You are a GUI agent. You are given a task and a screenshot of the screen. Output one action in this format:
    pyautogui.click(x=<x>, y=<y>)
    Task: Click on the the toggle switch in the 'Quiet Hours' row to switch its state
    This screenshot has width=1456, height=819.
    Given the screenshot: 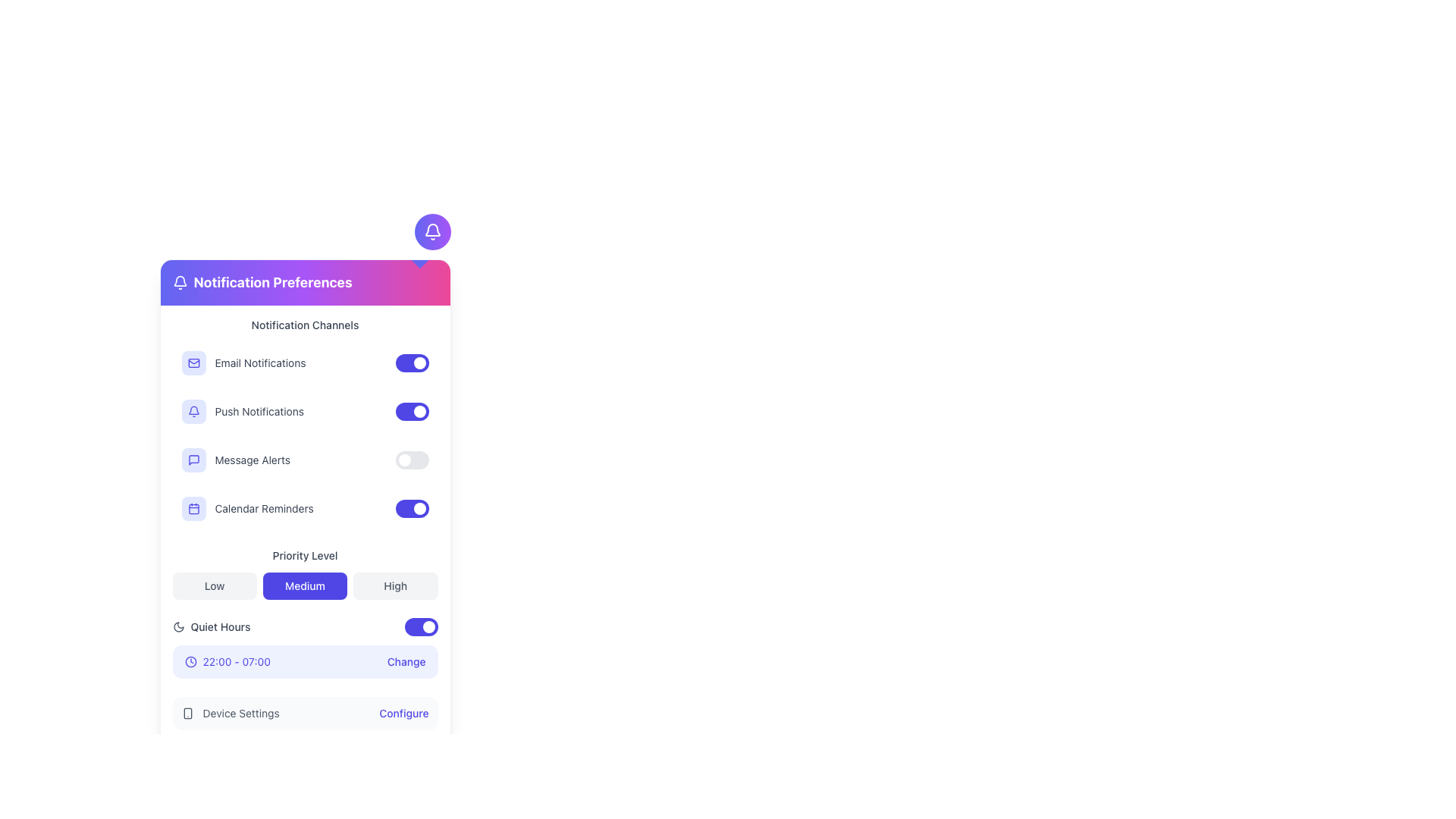 What is the action you would take?
    pyautogui.click(x=304, y=626)
    